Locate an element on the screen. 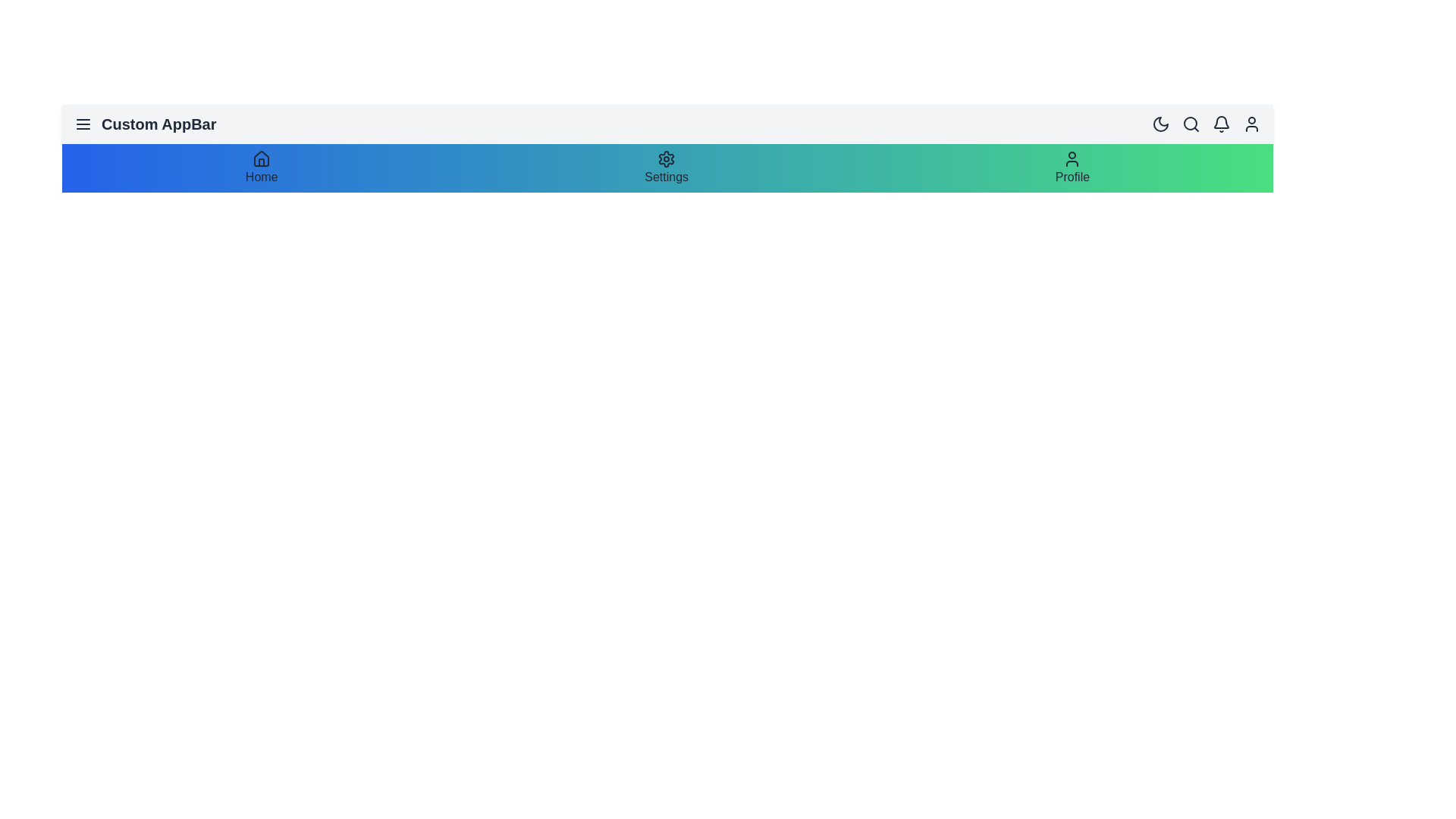 Image resolution: width=1456 pixels, height=819 pixels. the user profile icon in the app bar is located at coordinates (1252, 124).